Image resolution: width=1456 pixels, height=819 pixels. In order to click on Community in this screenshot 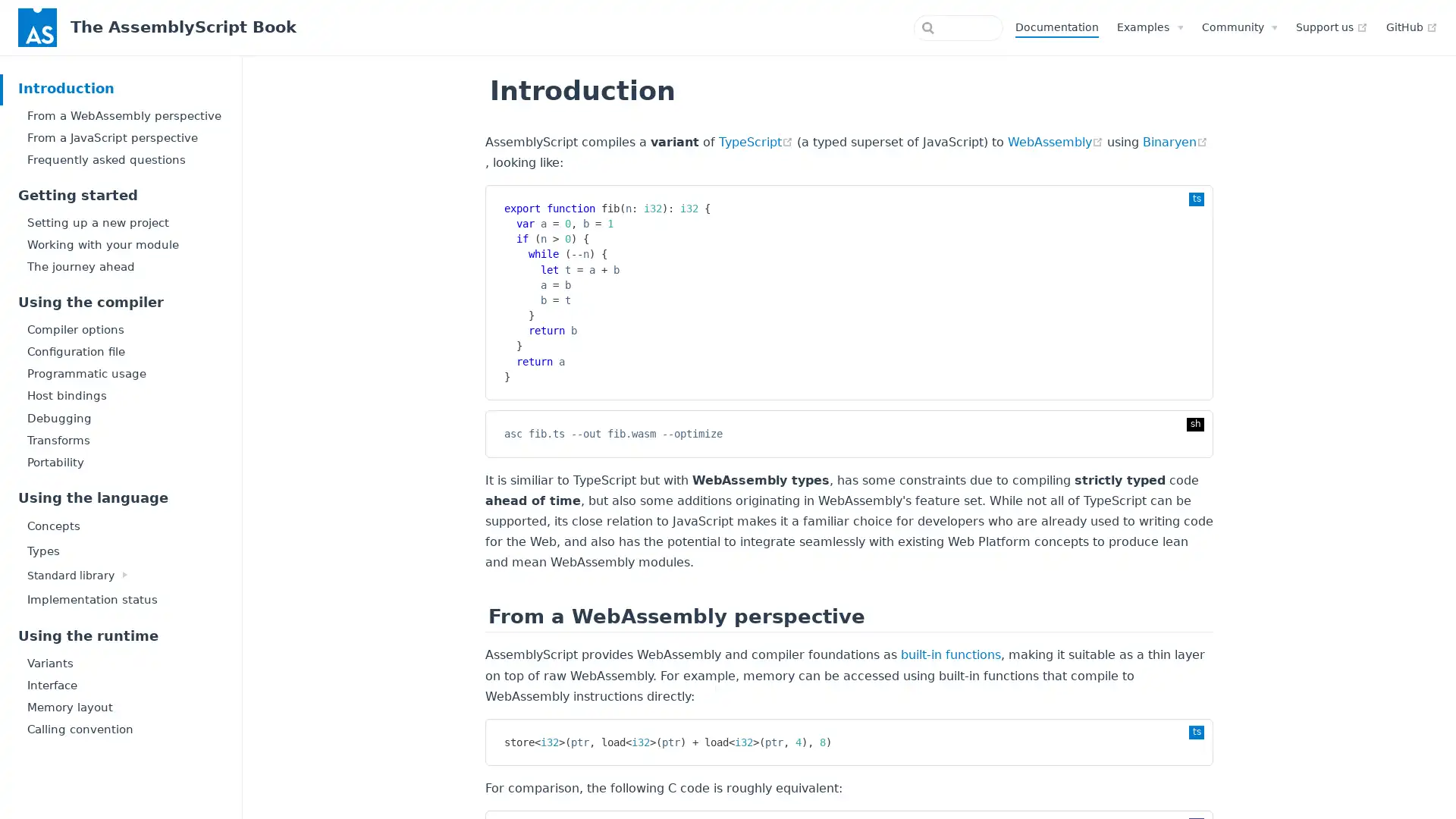, I will do `click(1239, 27)`.